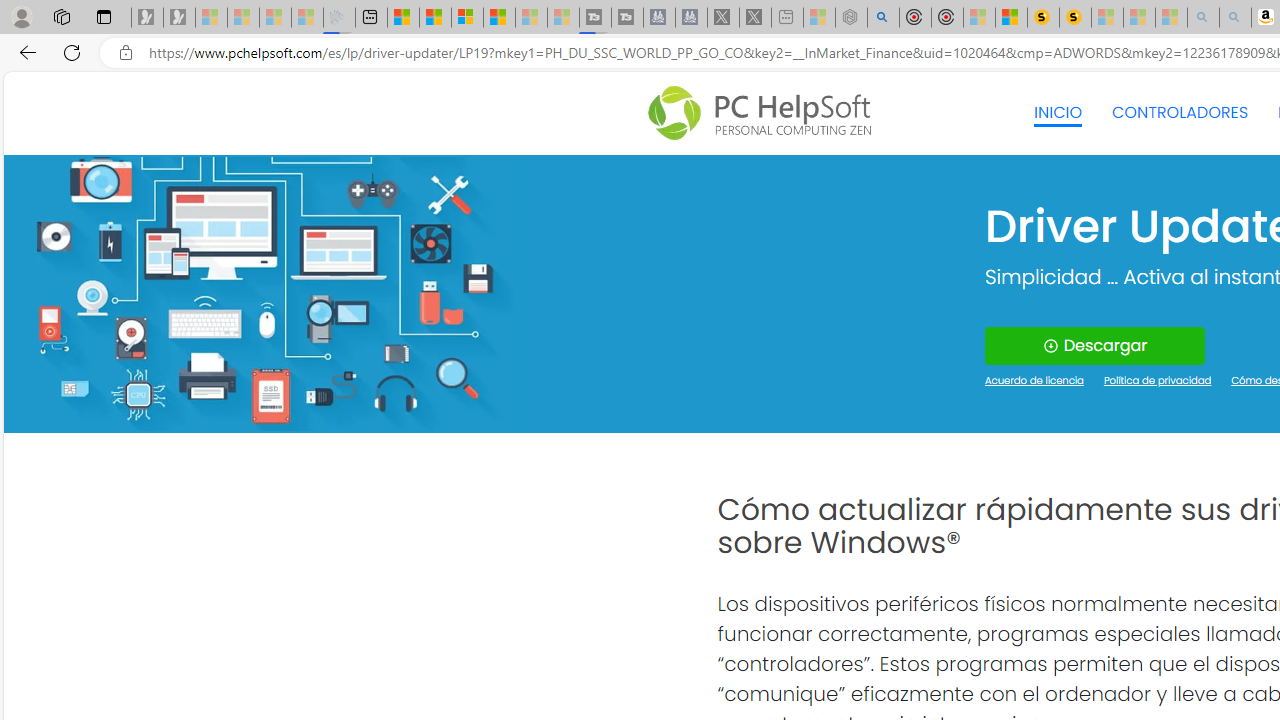 This screenshot has height=720, width=1280. Describe the element at coordinates (764, 113) in the screenshot. I see `'Logo Personal Computing'` at that location.